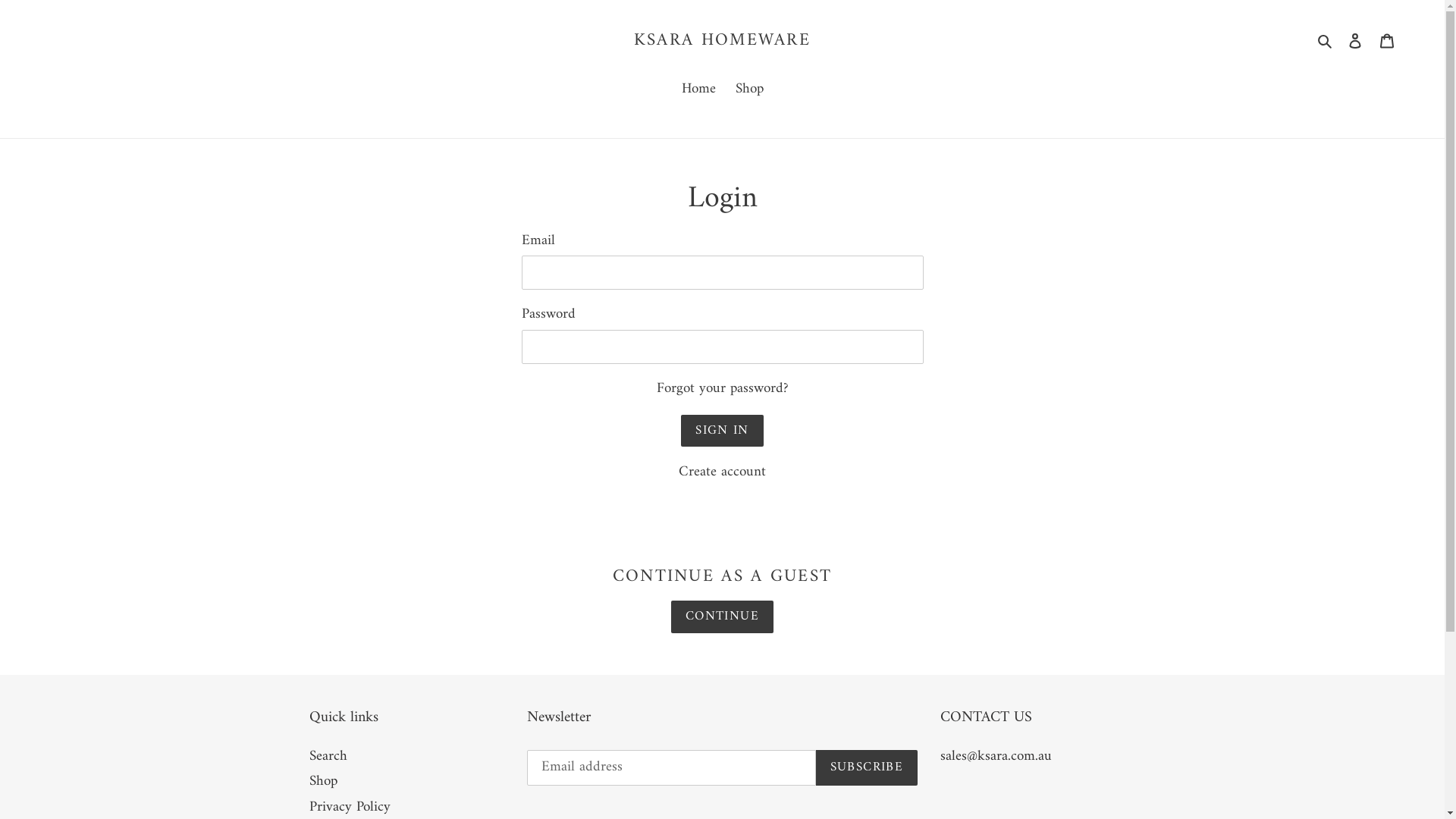 The height and width of the screenshot is (819, 1456). I want to click on 'Sign In', so click(679, 430).